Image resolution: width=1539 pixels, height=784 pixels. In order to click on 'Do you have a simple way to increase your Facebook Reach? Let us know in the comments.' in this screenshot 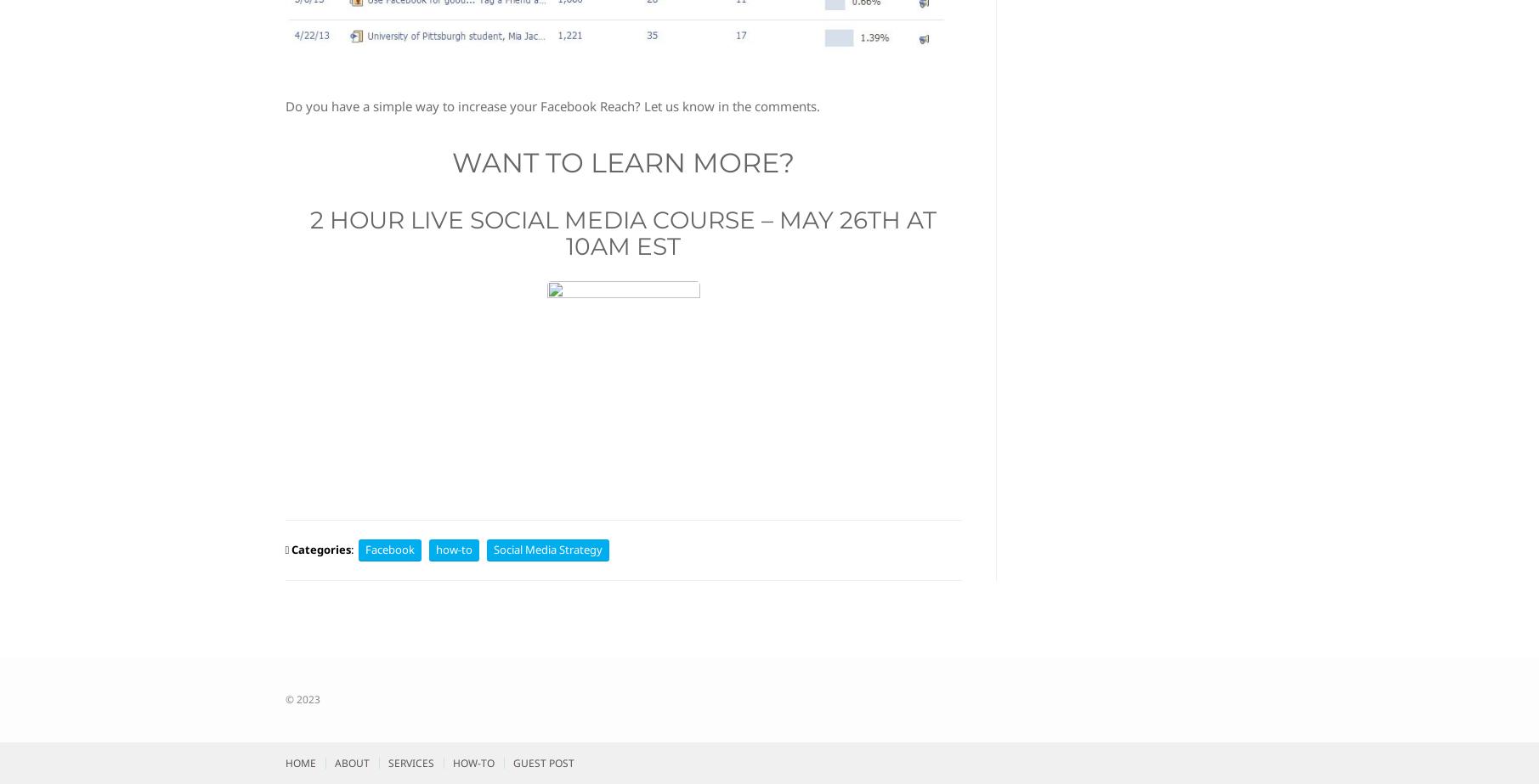, I will do `click(552, 104)`.